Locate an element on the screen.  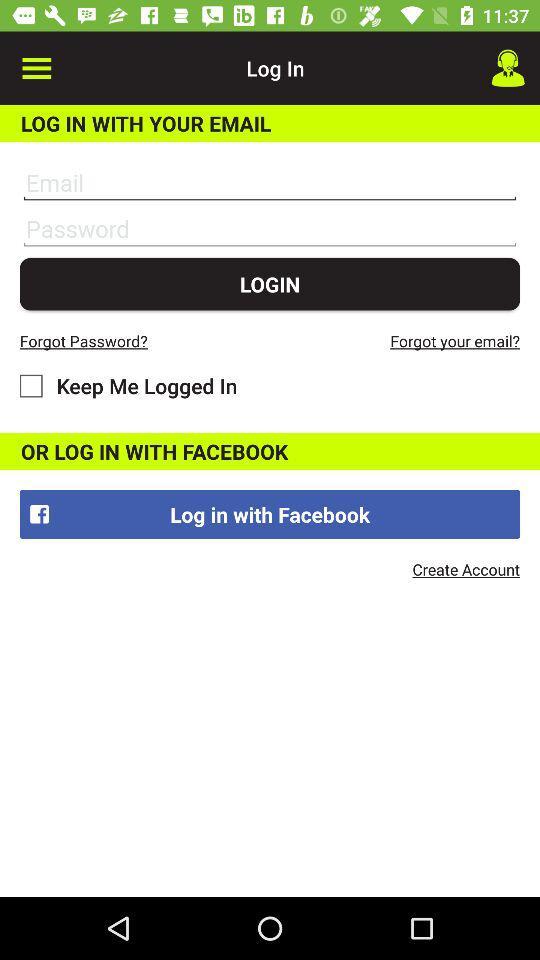
item at the top left corner is located at coordinates (36, 68).